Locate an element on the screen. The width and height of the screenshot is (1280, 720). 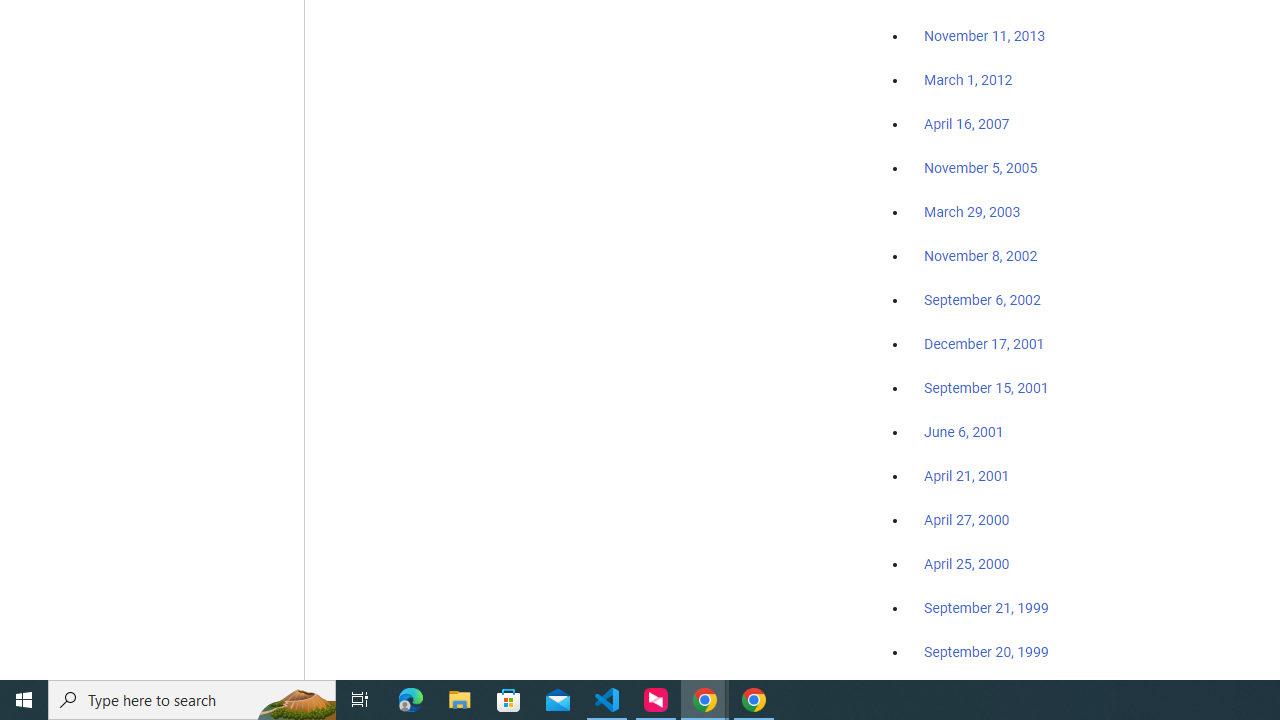
'November 8, 2002' is located at coordinates (981, 255).